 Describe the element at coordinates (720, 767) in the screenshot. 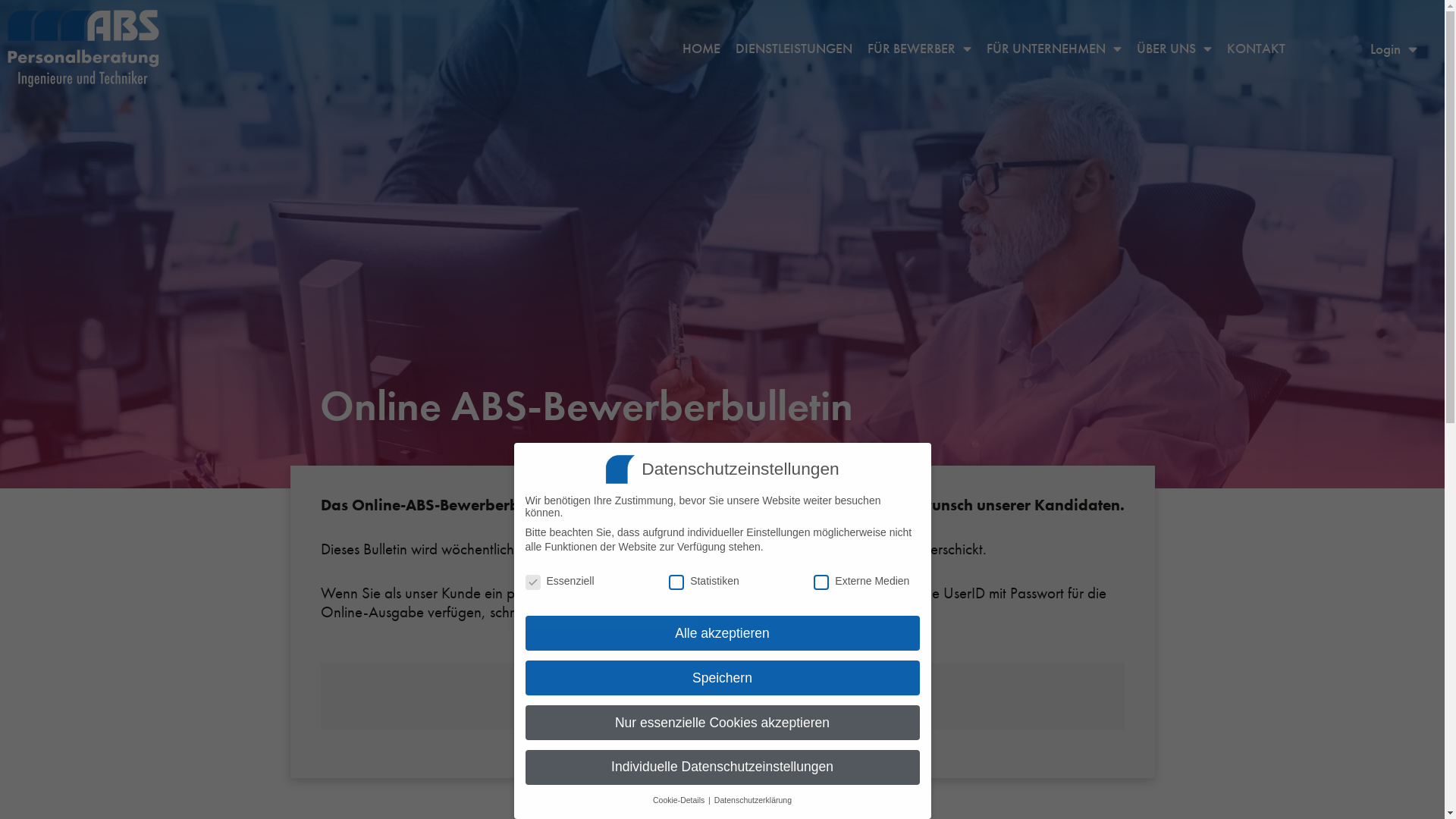

I see `'Individuelle Datenschutzeinstellungen'` at that location.